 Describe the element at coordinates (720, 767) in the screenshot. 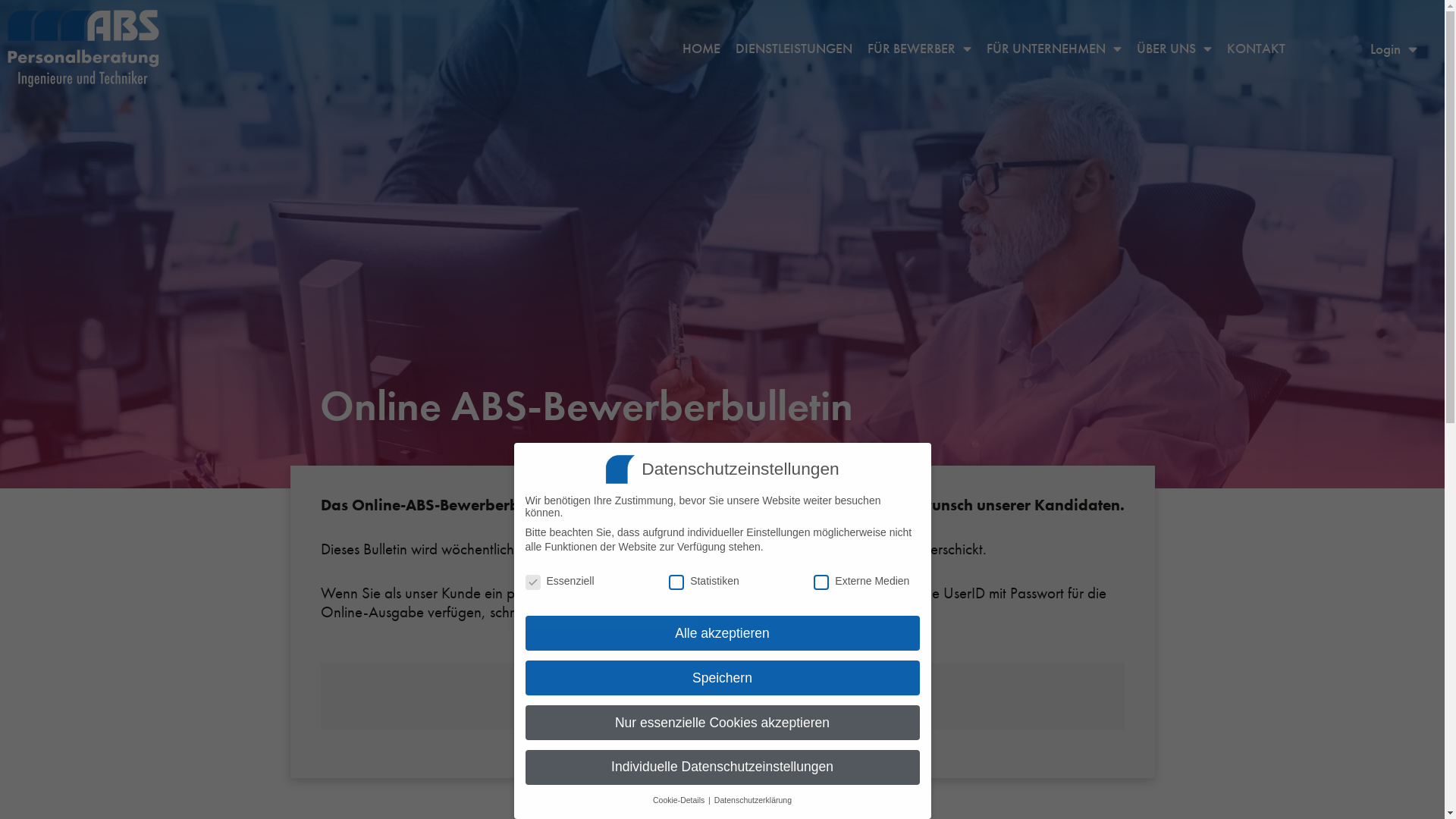

I see `'Individuelle Datenschutzeinstellungen'` at that location.